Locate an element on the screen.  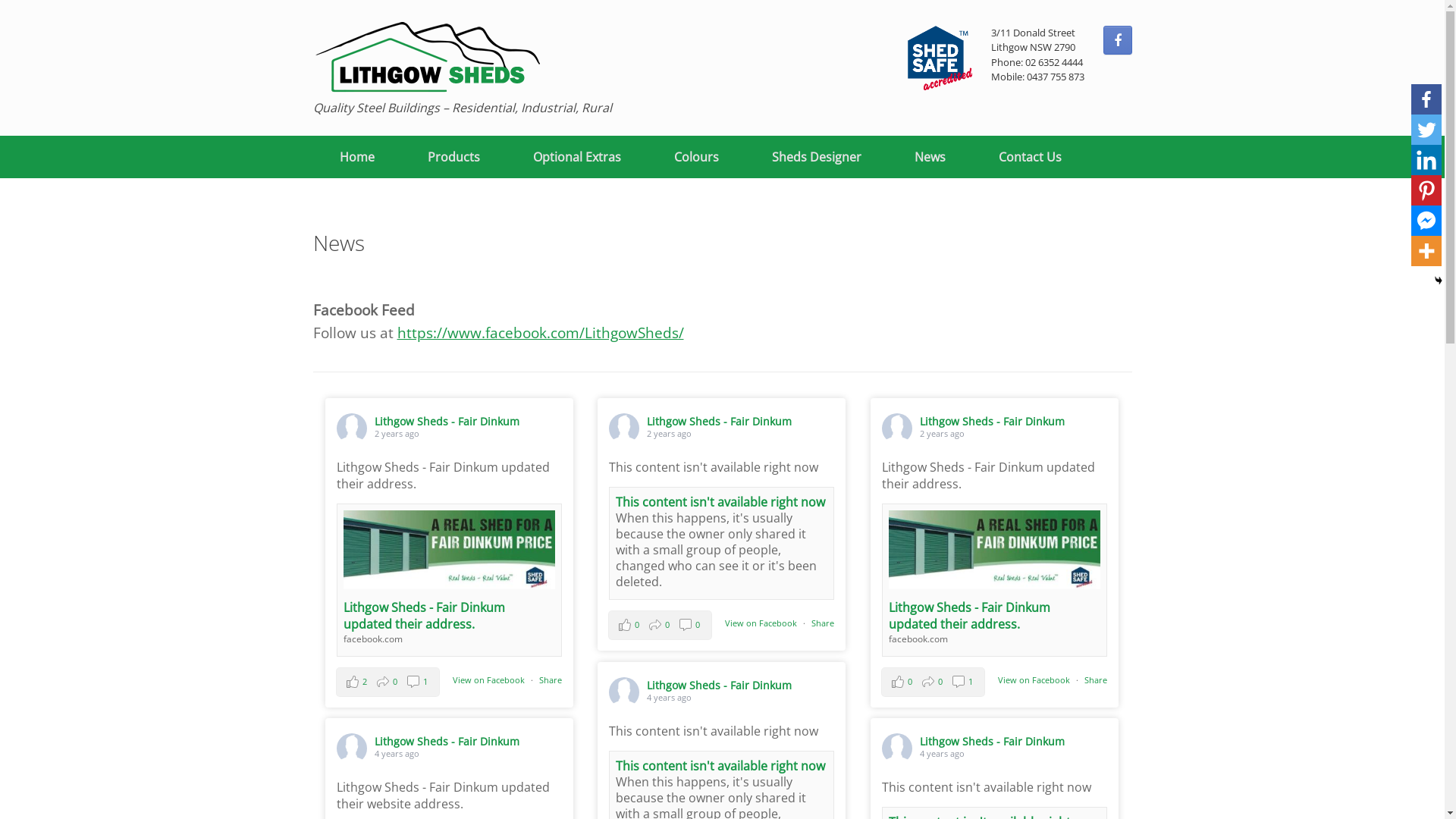
'News' is located at coordinates (887, 157).